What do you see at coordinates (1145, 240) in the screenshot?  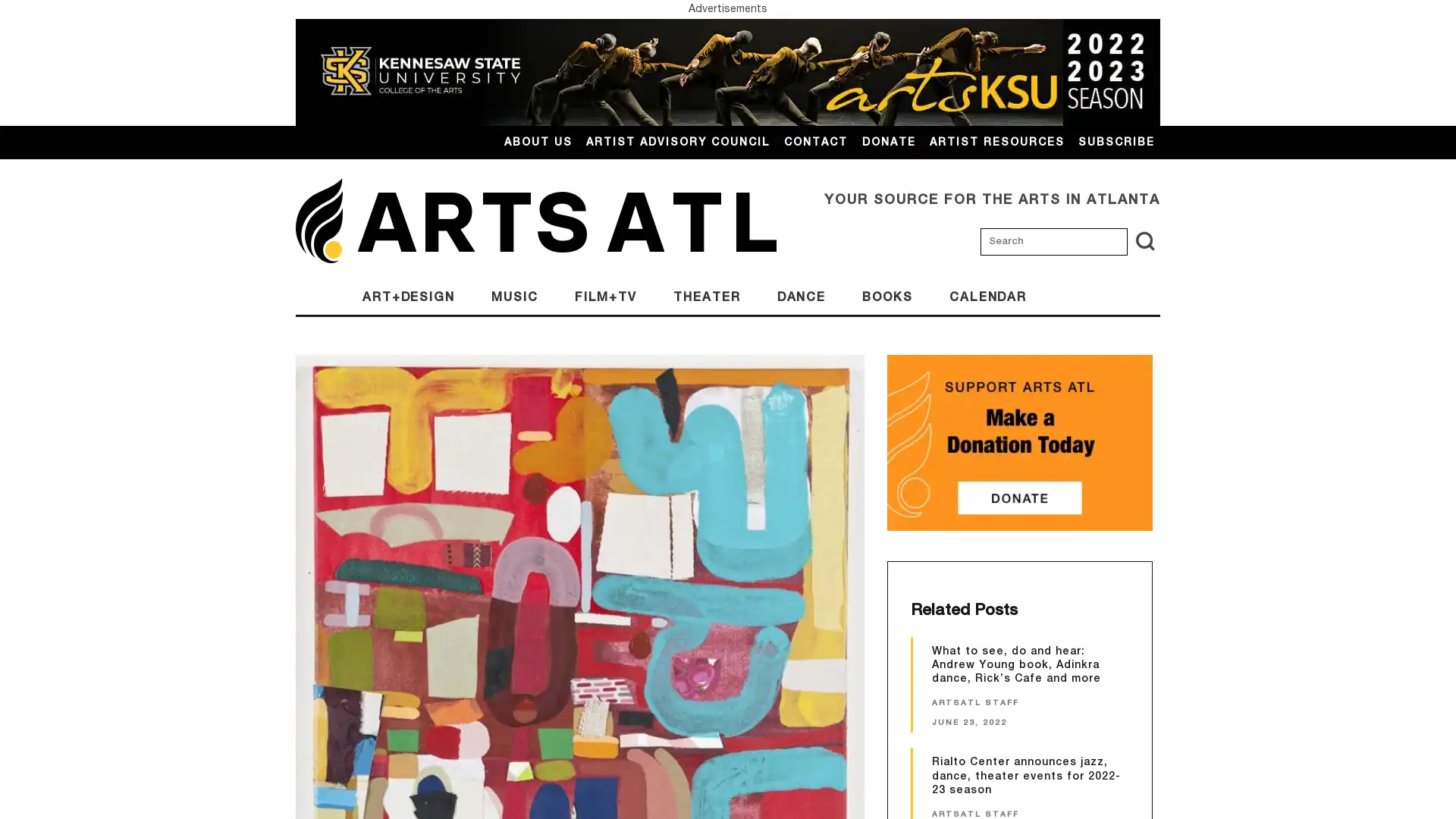 I see `search` at bounding box center [1145, 240].